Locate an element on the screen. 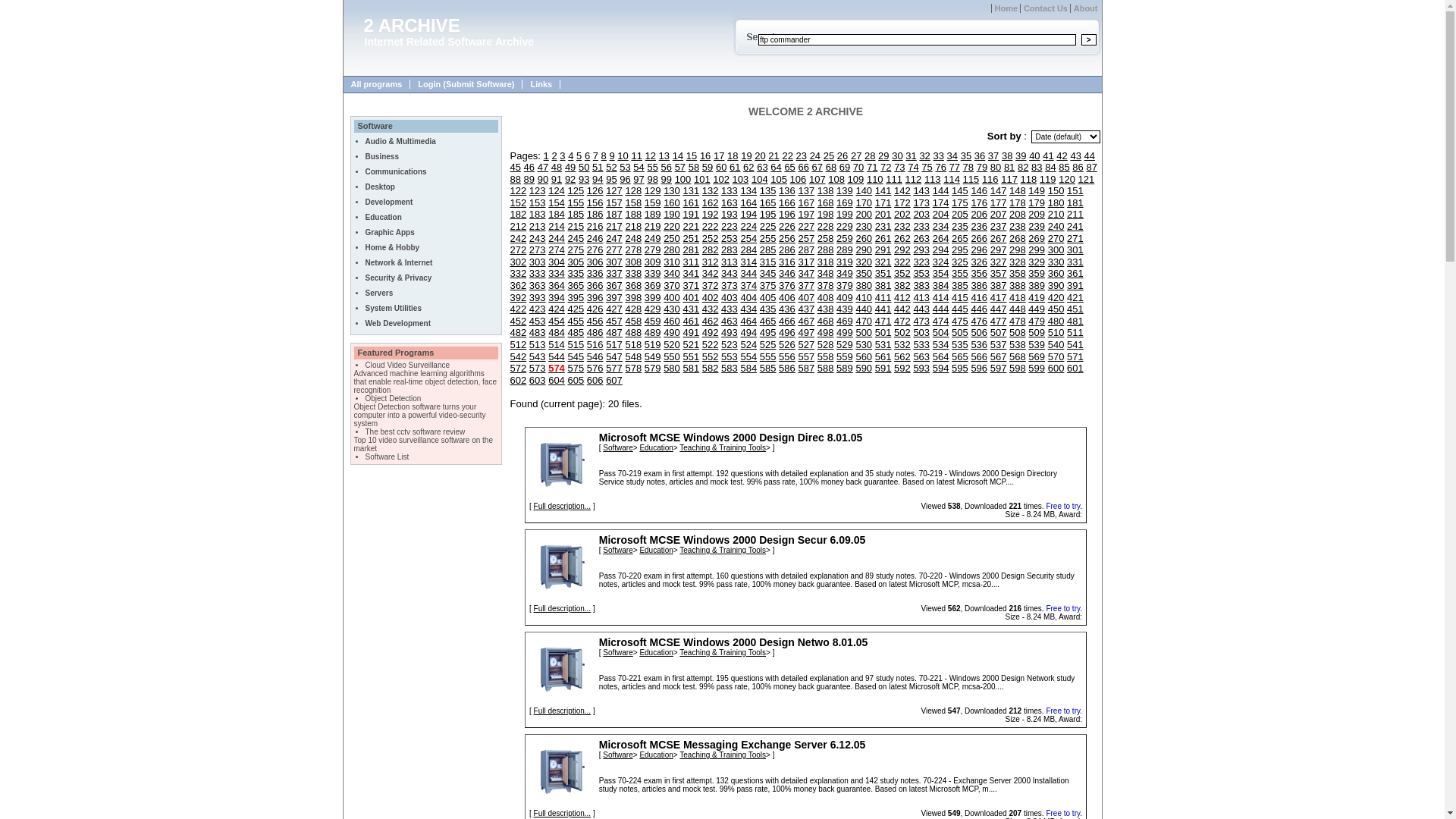 This screenshot has width=1456, height=819. '465' is located at coordinates (767, 320).